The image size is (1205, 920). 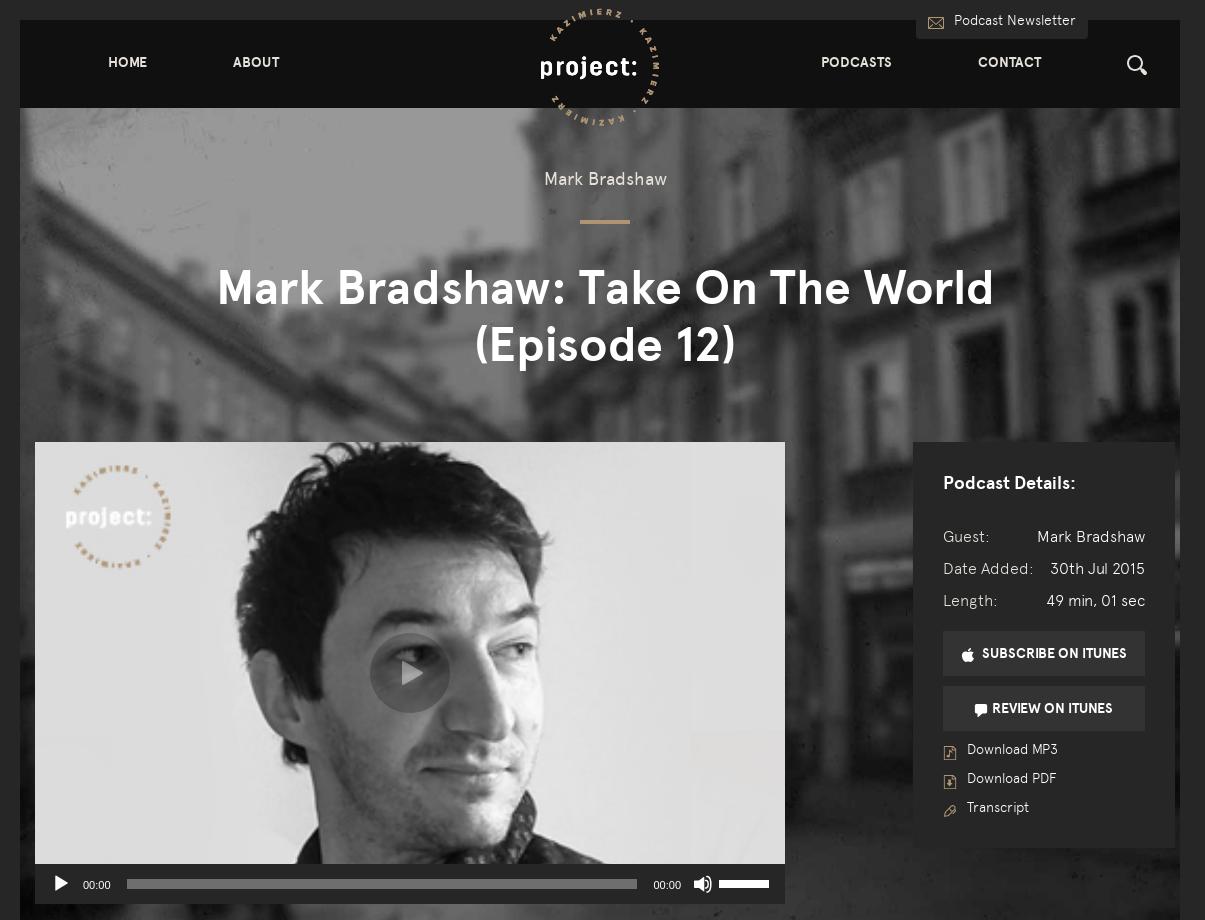 What do you see at coordinates (941, 599) in the screenshot?
I see `'Length:'` at bounding box center [941, 599].